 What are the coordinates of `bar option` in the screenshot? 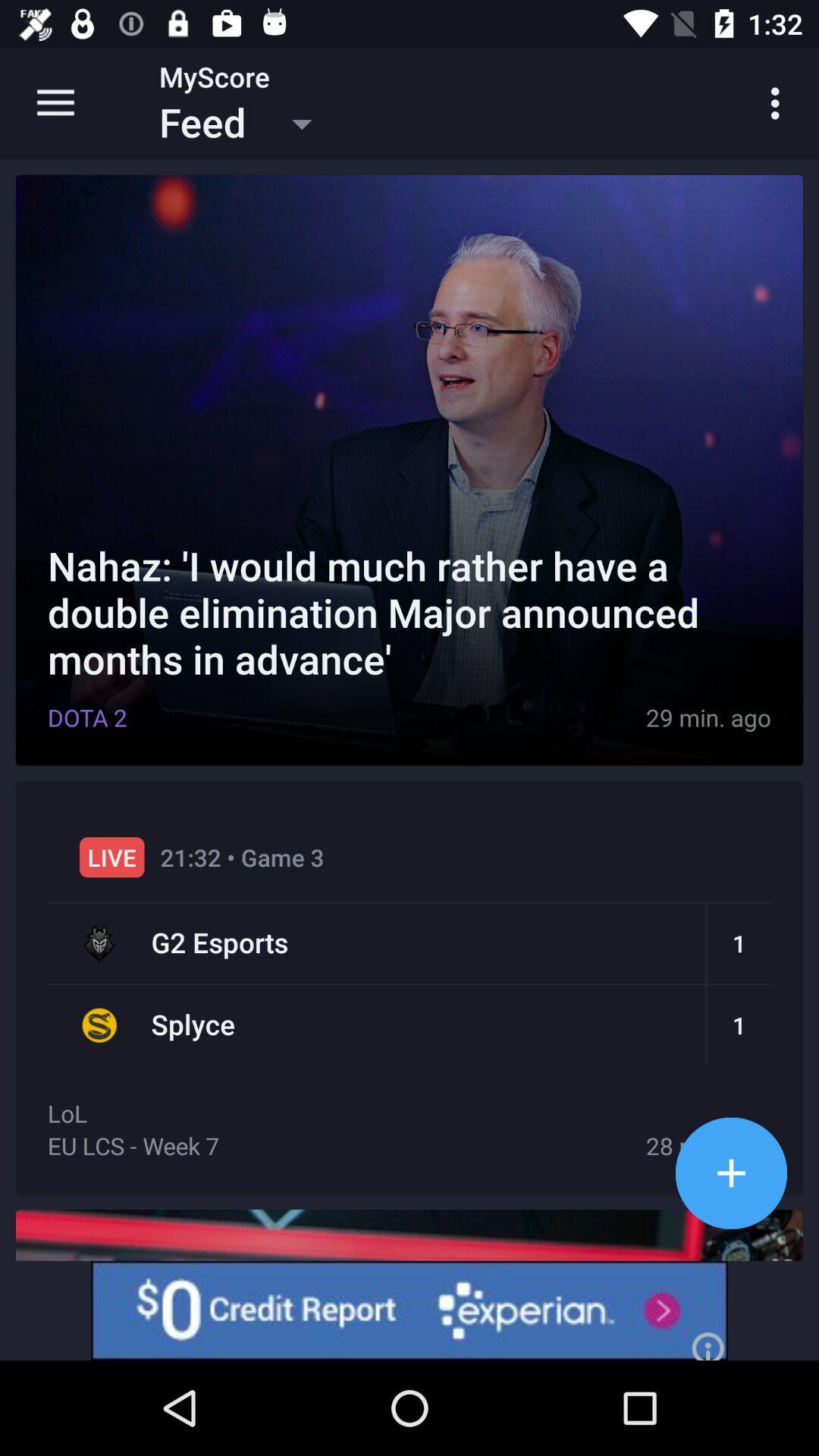 It's located at (730, 1172).